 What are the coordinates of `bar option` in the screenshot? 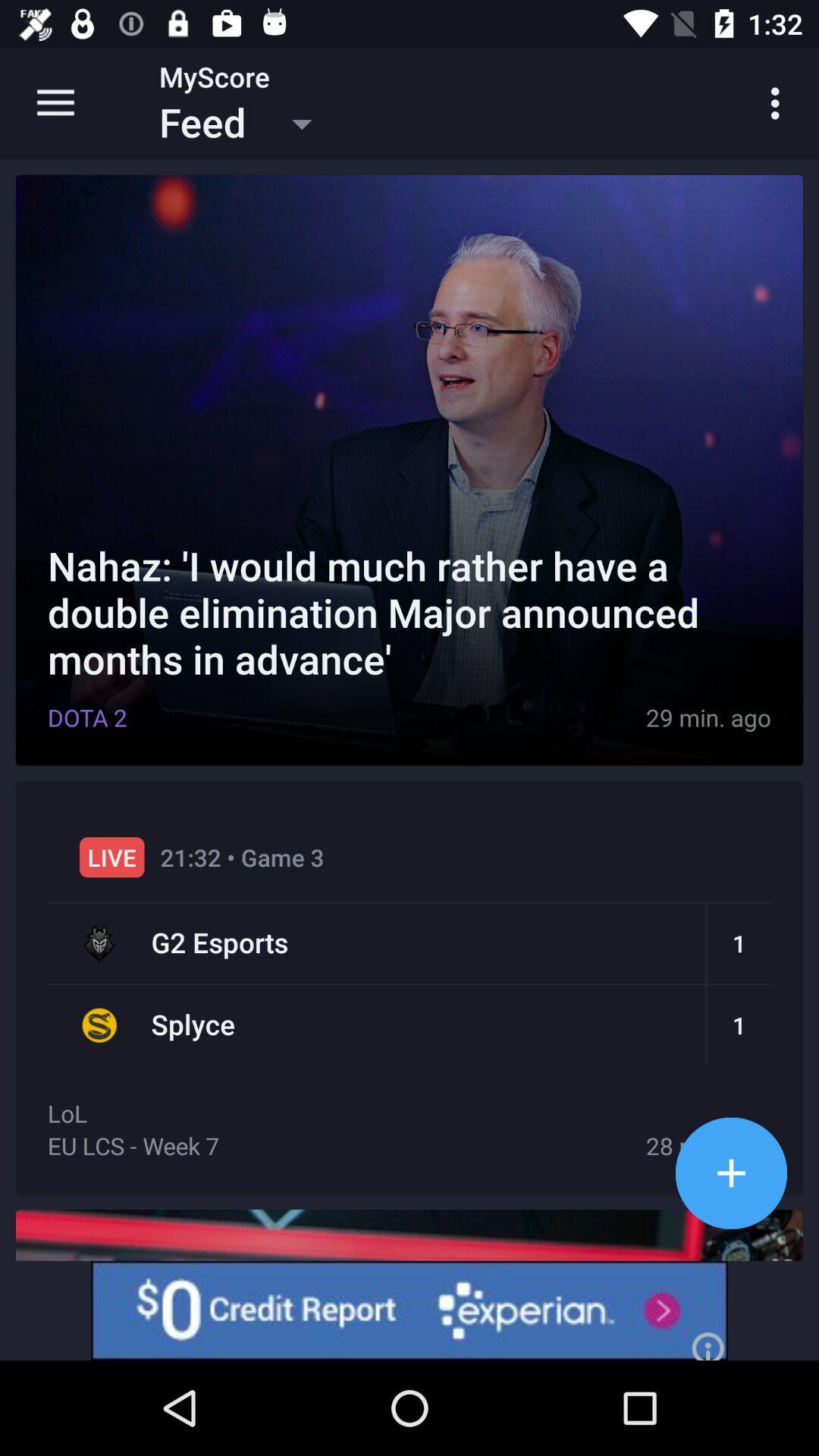 It's located at (730, 1172).